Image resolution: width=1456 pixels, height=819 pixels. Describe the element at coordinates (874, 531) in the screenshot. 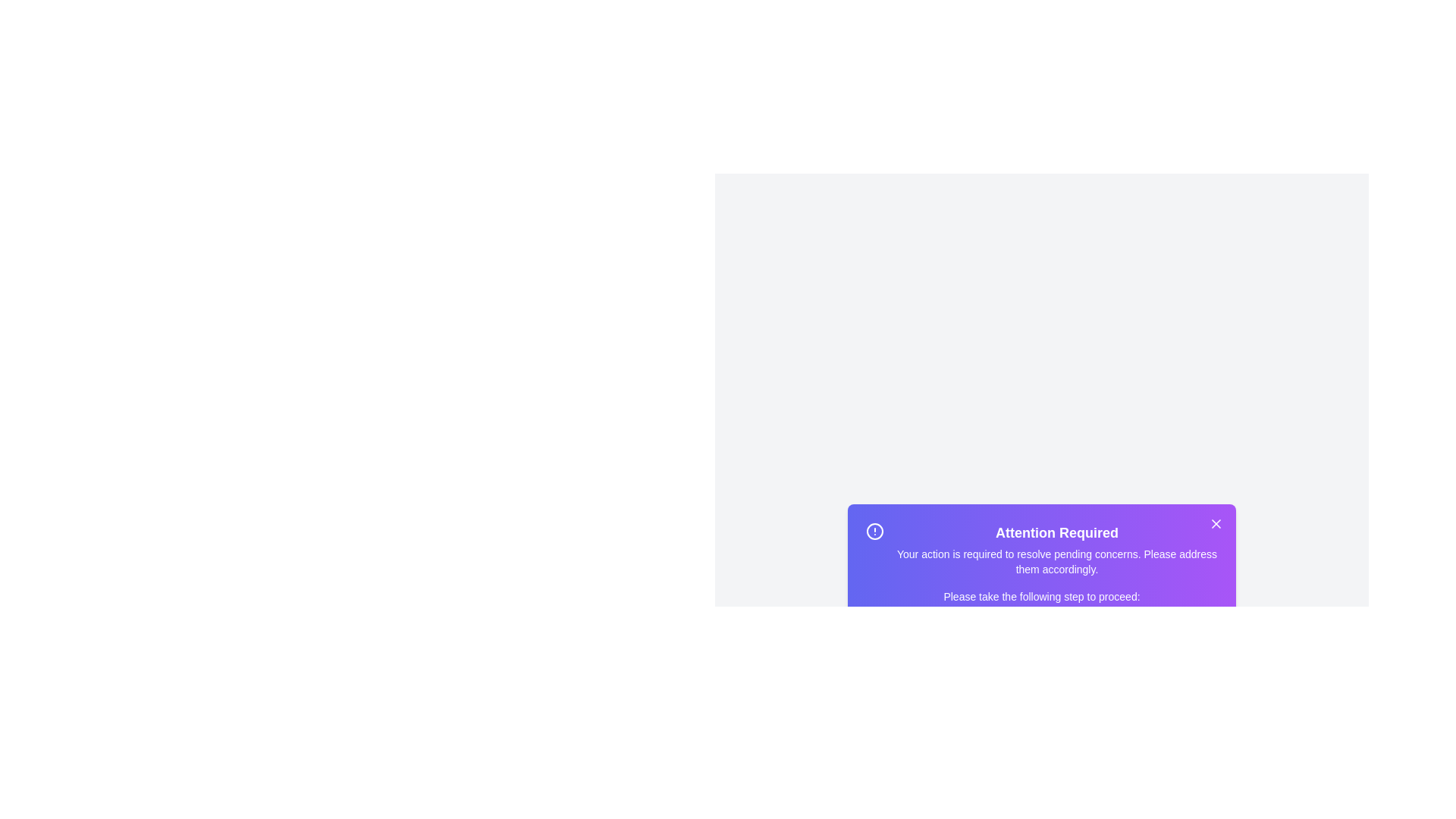

I see `the warning icon located in the top-left corner of the notification modal, next to the header text 'Attention Required.'` at that location.